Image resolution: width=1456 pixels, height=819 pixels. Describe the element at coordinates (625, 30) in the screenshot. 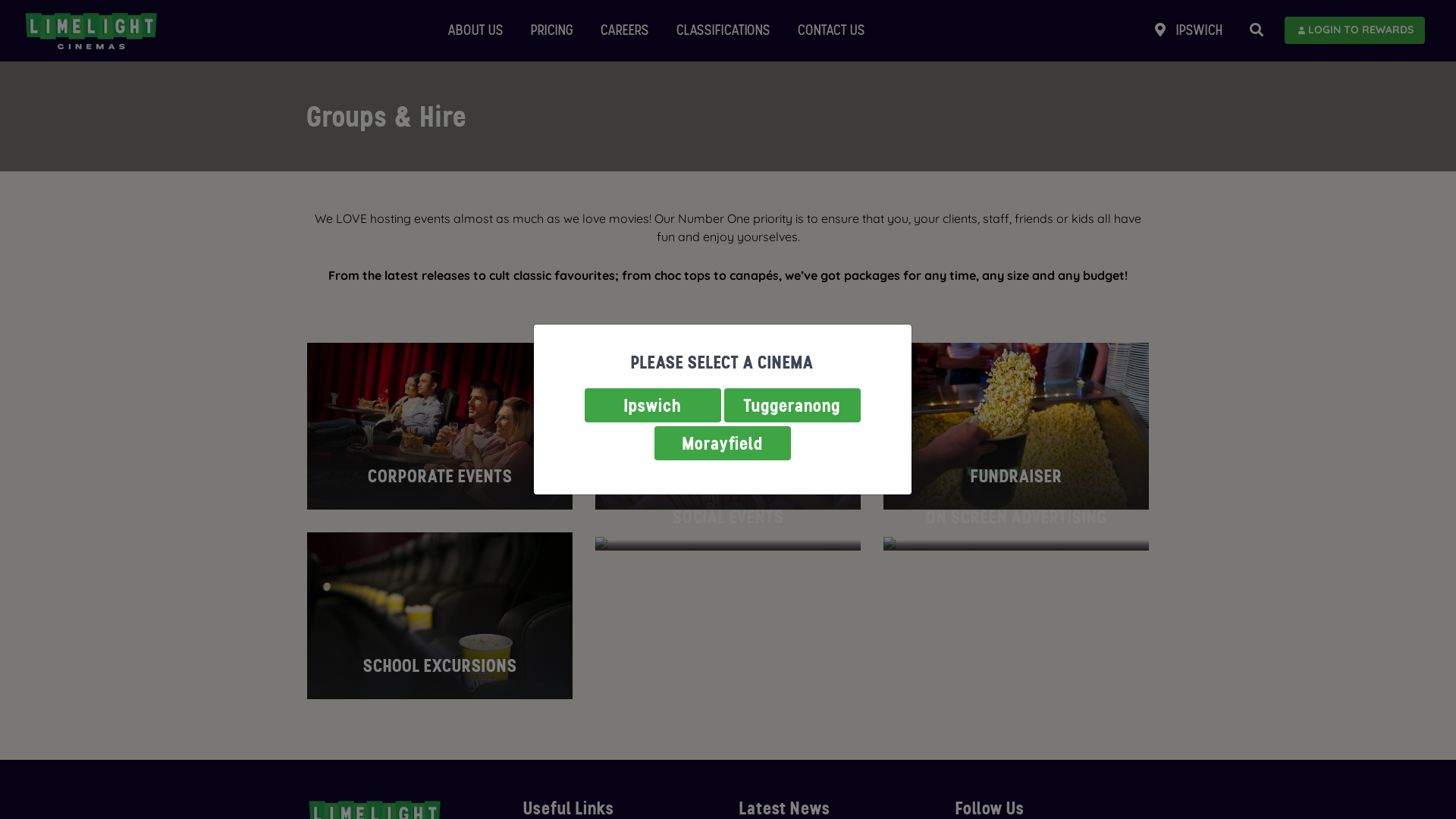

I see `'CAREERS'` at that location.